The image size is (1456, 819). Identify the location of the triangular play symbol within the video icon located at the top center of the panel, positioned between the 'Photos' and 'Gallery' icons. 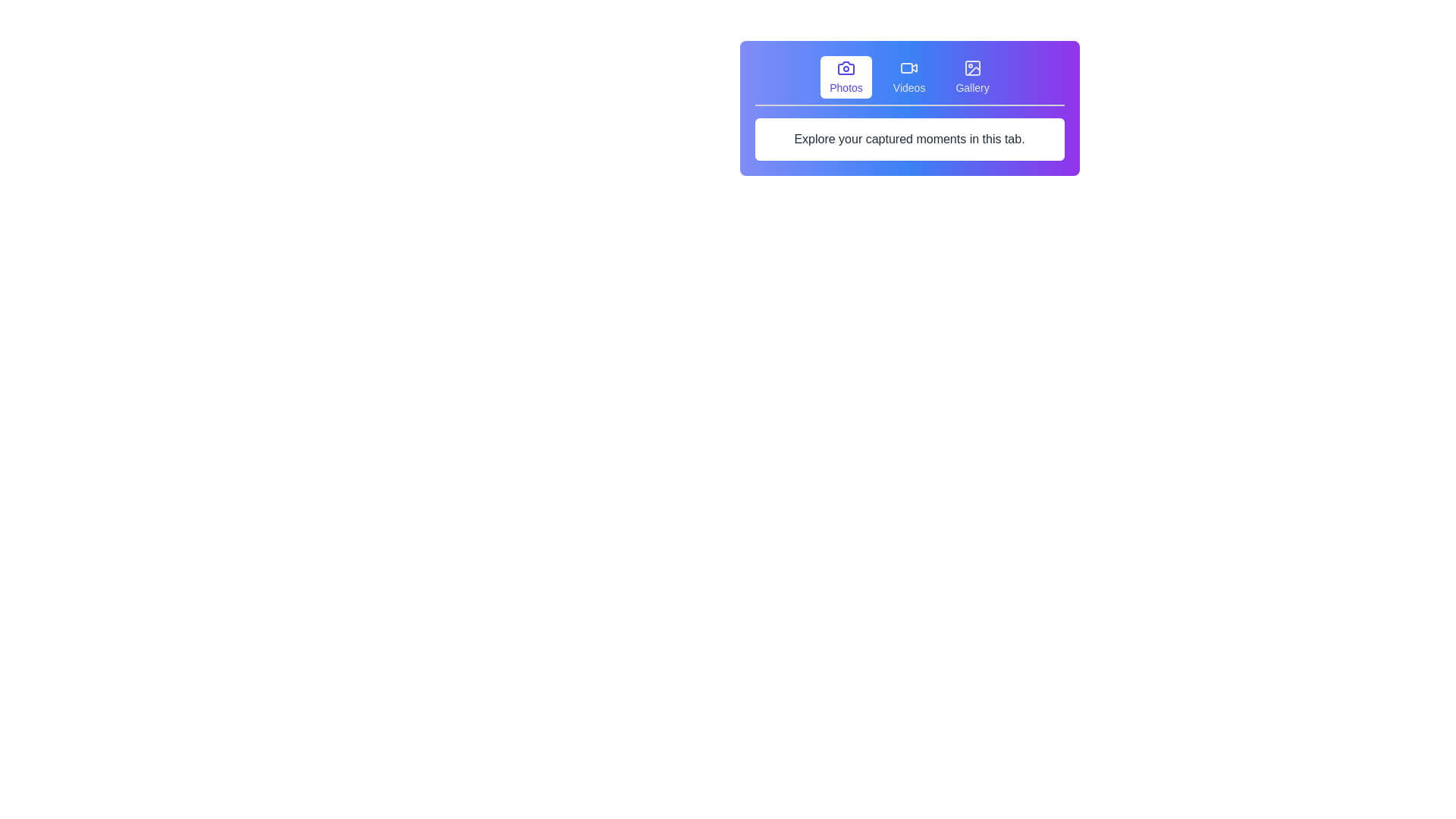
(914, 67).